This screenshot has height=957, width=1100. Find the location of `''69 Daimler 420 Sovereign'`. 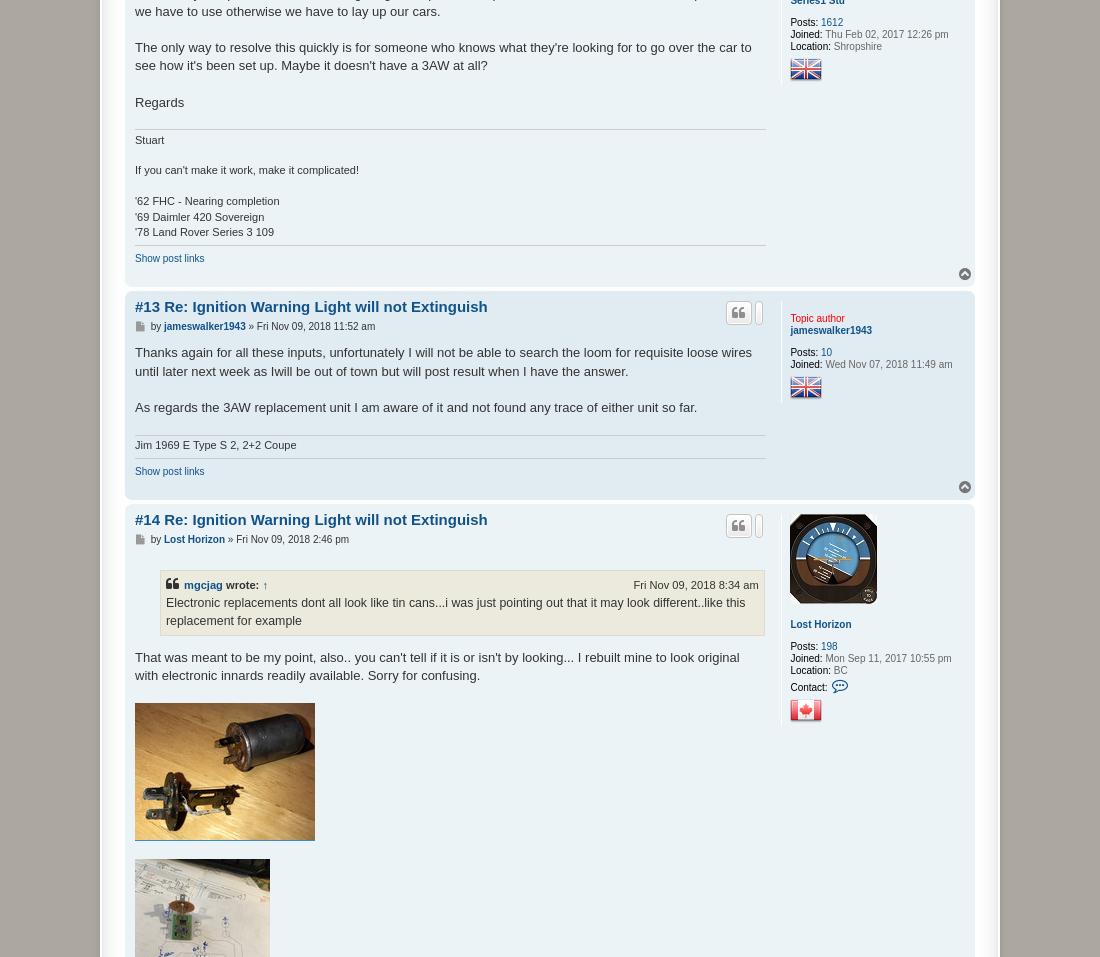

''69 Daimler 420 Sovereign' is located at coordinates (198, 214).